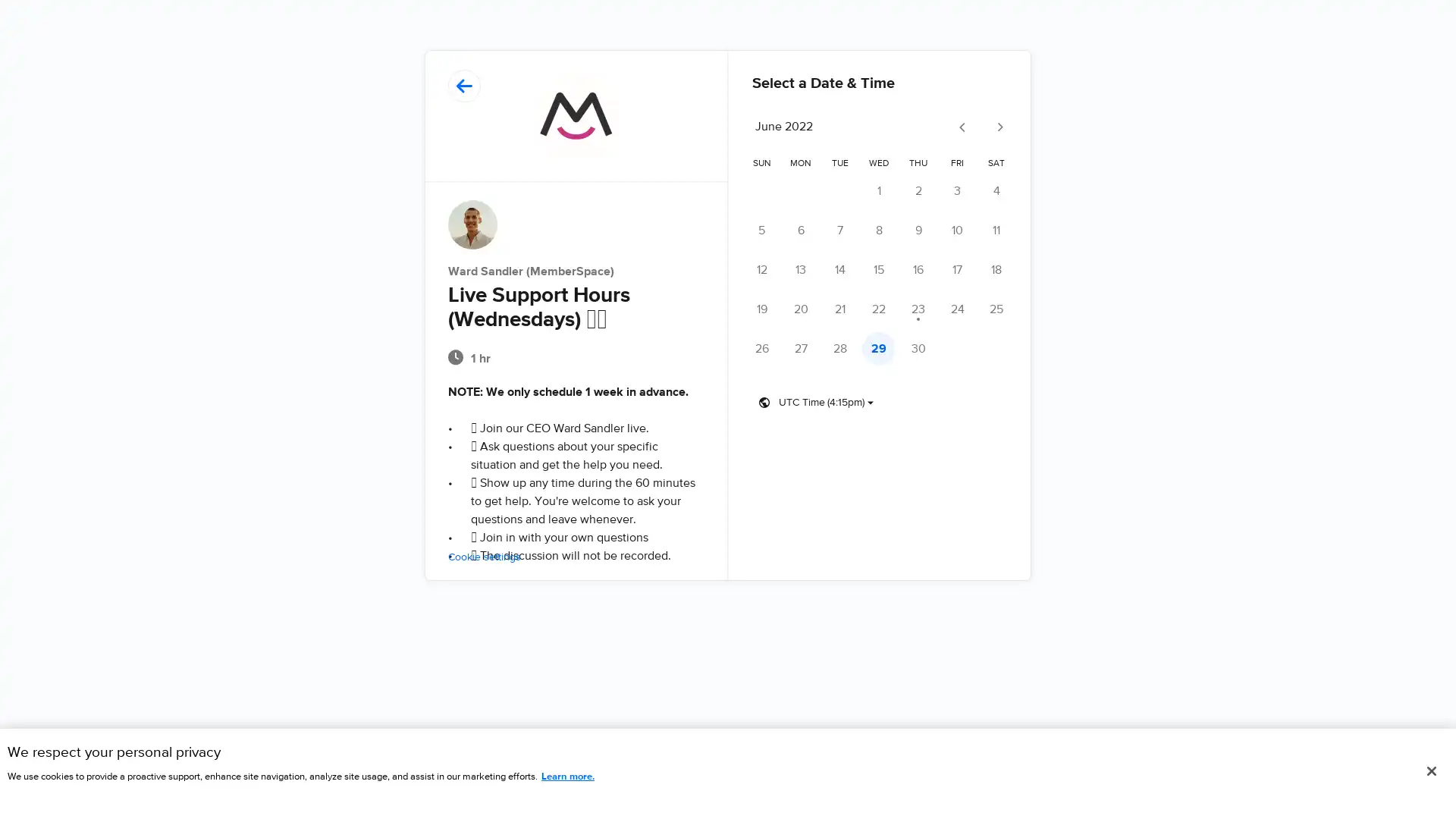  I want to click on Monday, June 27 - No times available, so click(800, 348).